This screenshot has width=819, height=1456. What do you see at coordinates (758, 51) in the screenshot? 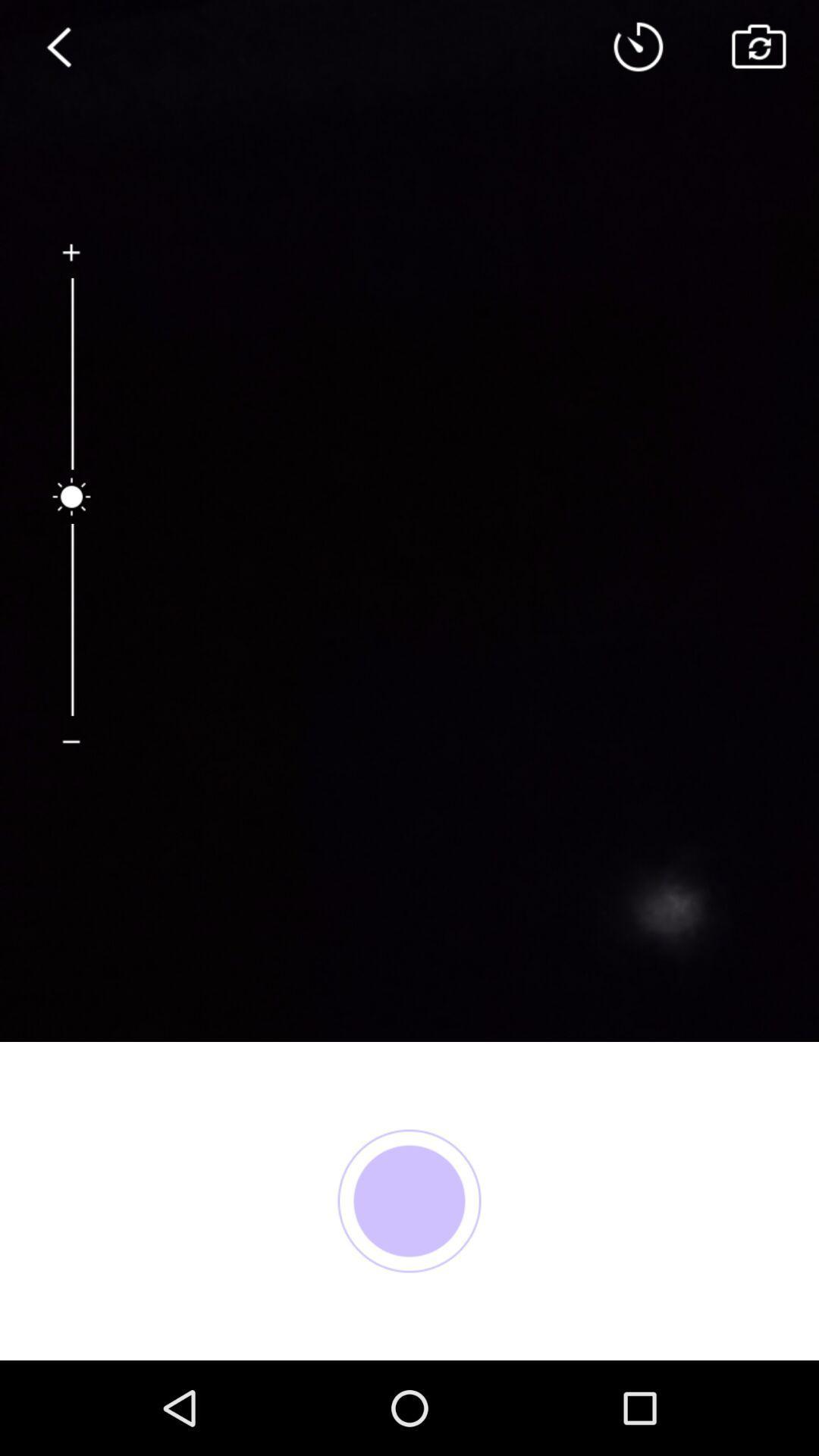
I see `the photo icon` at bounding box center [758, 51].